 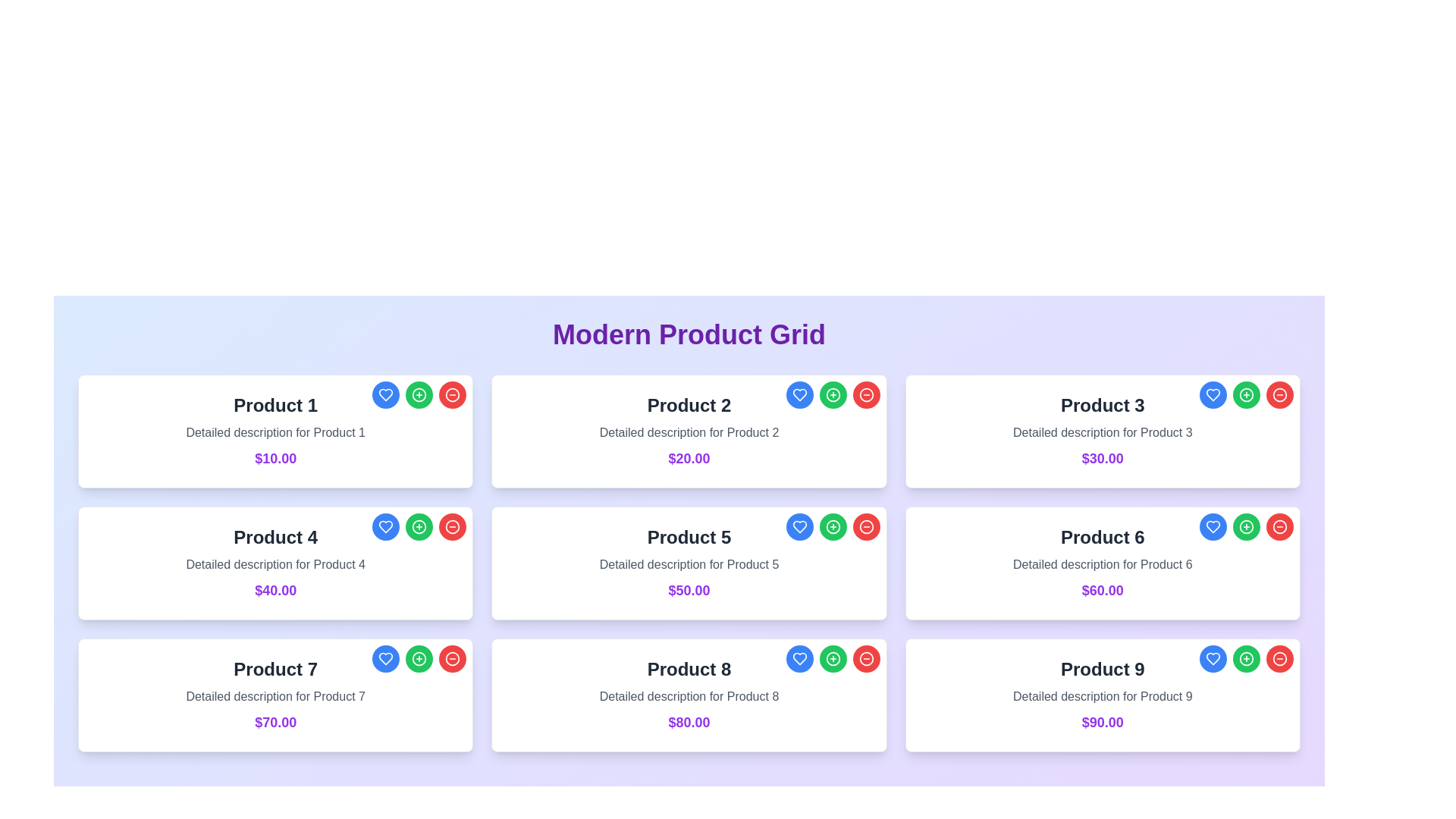 I want to click on the Circular Button Icon with a plus sign, located in the green button of the third row in the first column associated with 'Product 7', so click(x=419, y=657).